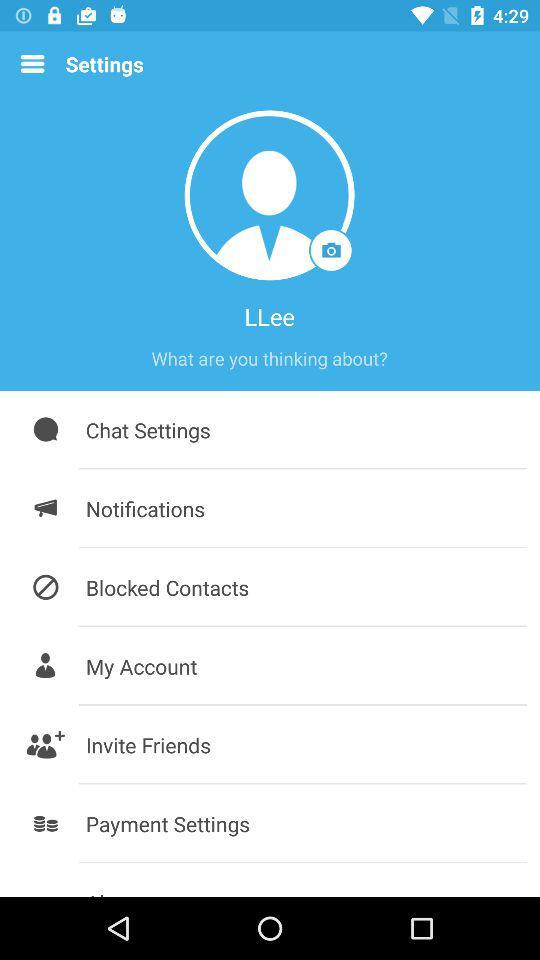 Image resolution: width=540 pixels, height=960 pixels. I want to click on about me, so click(269, 358).